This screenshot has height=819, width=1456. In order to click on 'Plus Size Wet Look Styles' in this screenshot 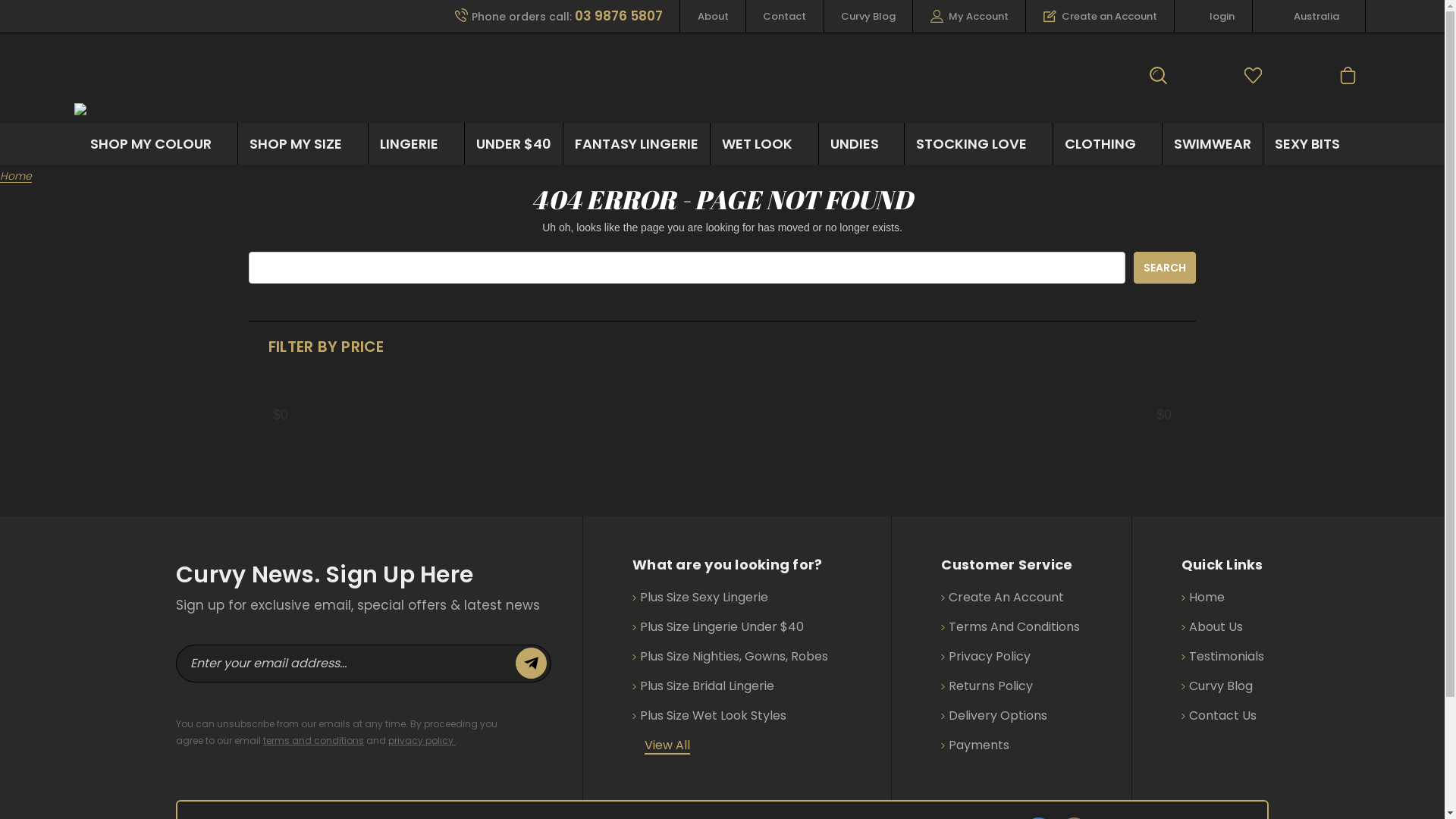, I will do `click(708, 716)`.